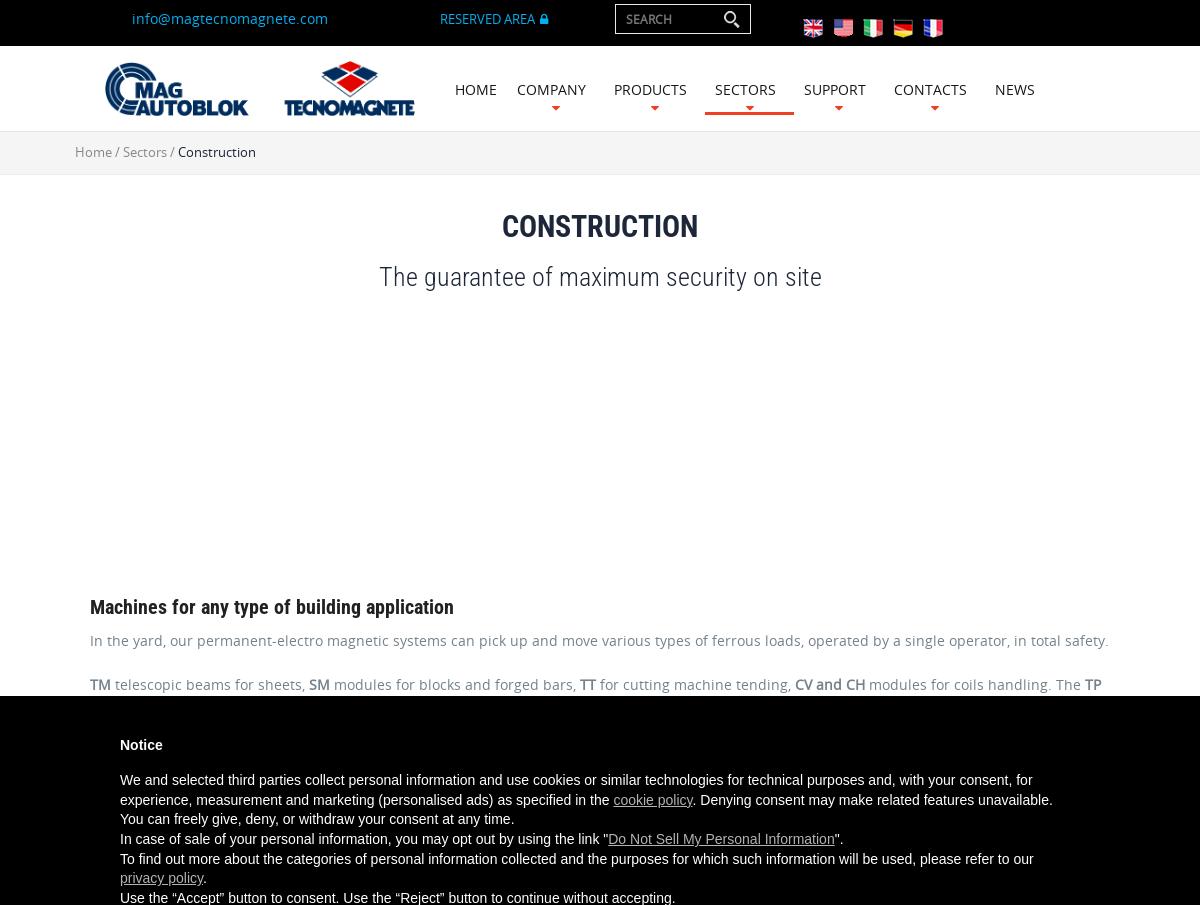 The image size is (1200, 905). I want to click on 'modules present a polar conformation designed for the pickup and the rotation of “H” and “L” profiles.', so click(435, 709).